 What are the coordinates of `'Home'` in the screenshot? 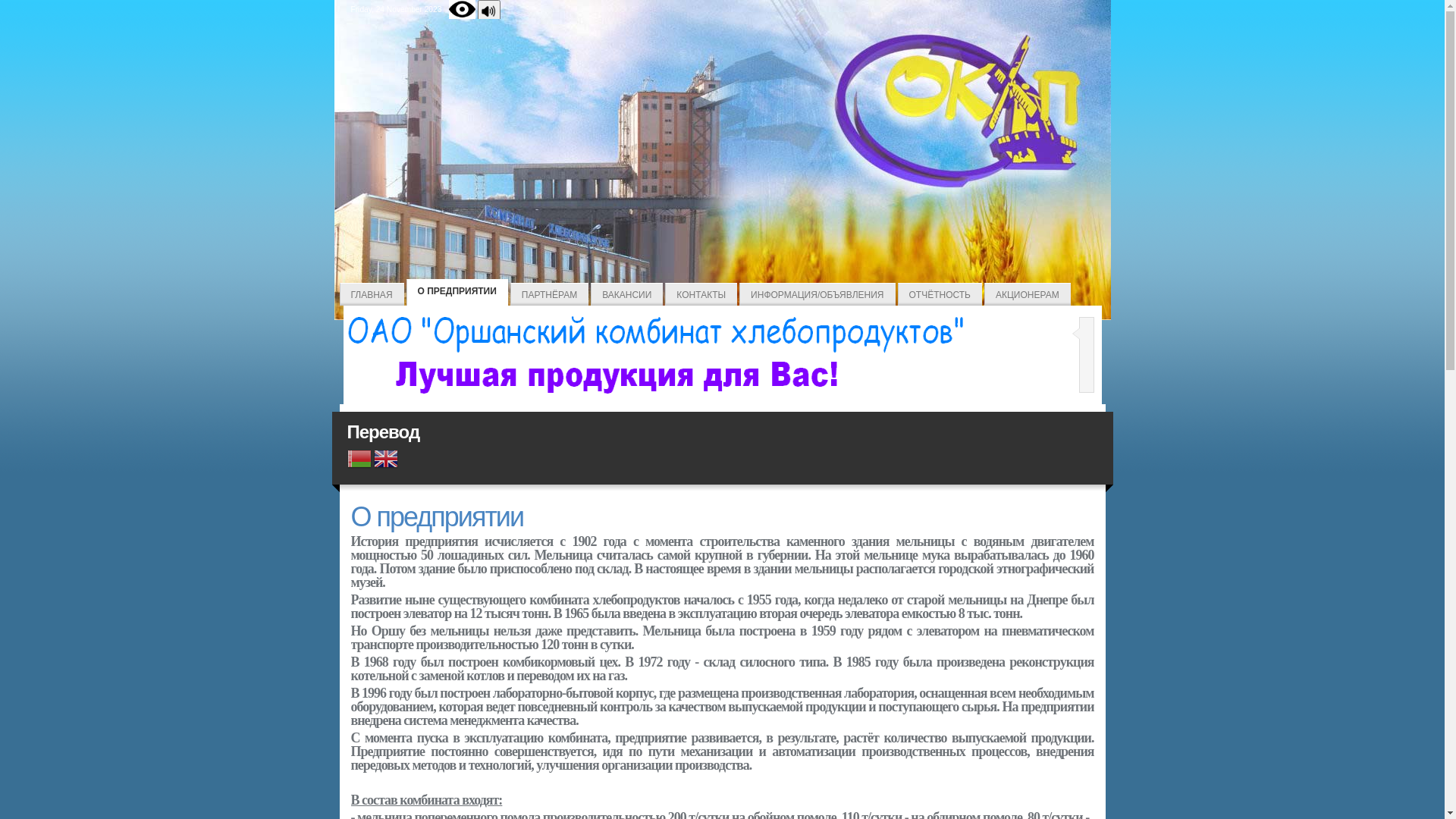 It's located at (720, 394).